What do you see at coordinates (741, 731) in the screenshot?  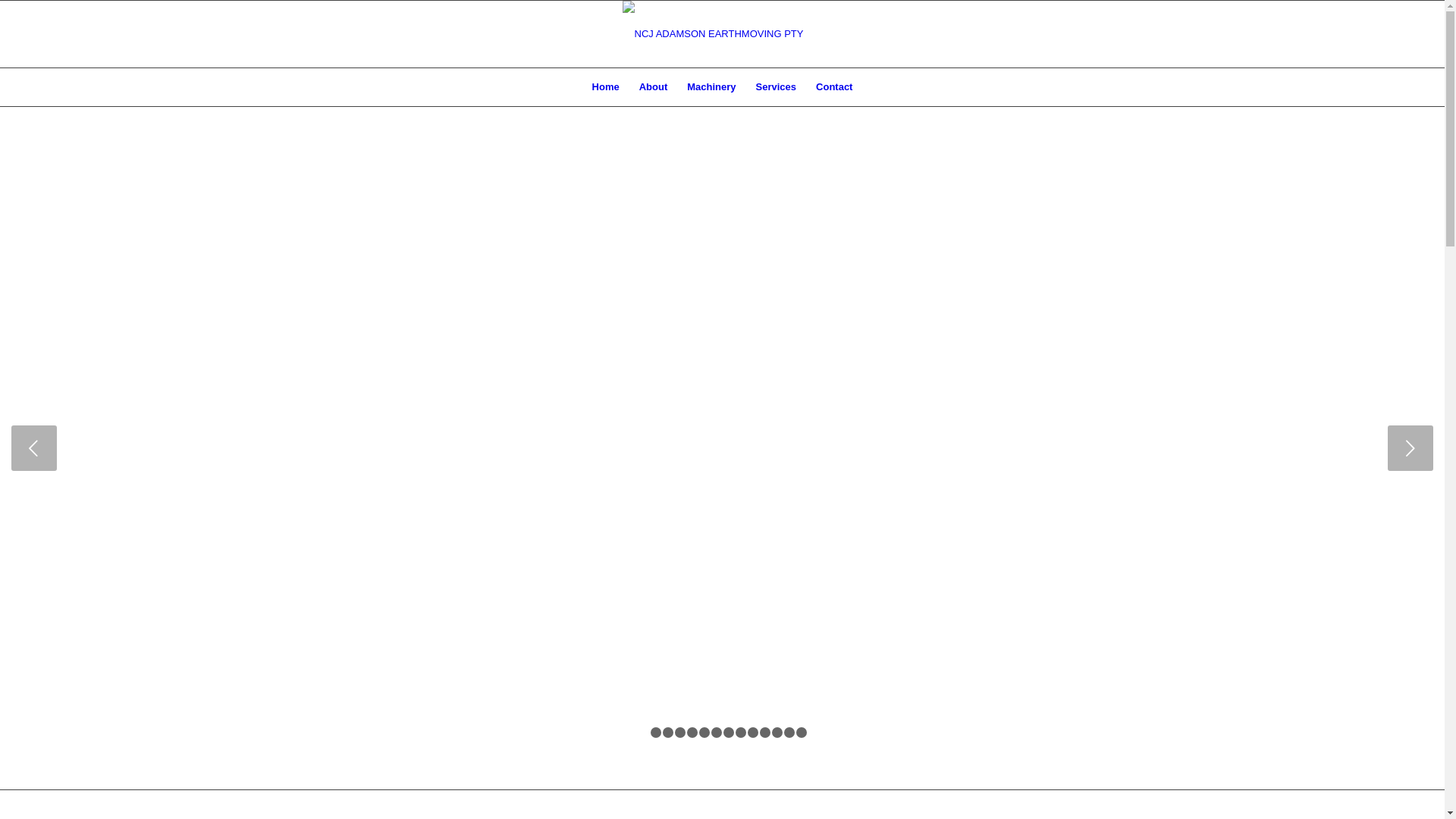 I see `'9'` at bounding box center [741, 731].